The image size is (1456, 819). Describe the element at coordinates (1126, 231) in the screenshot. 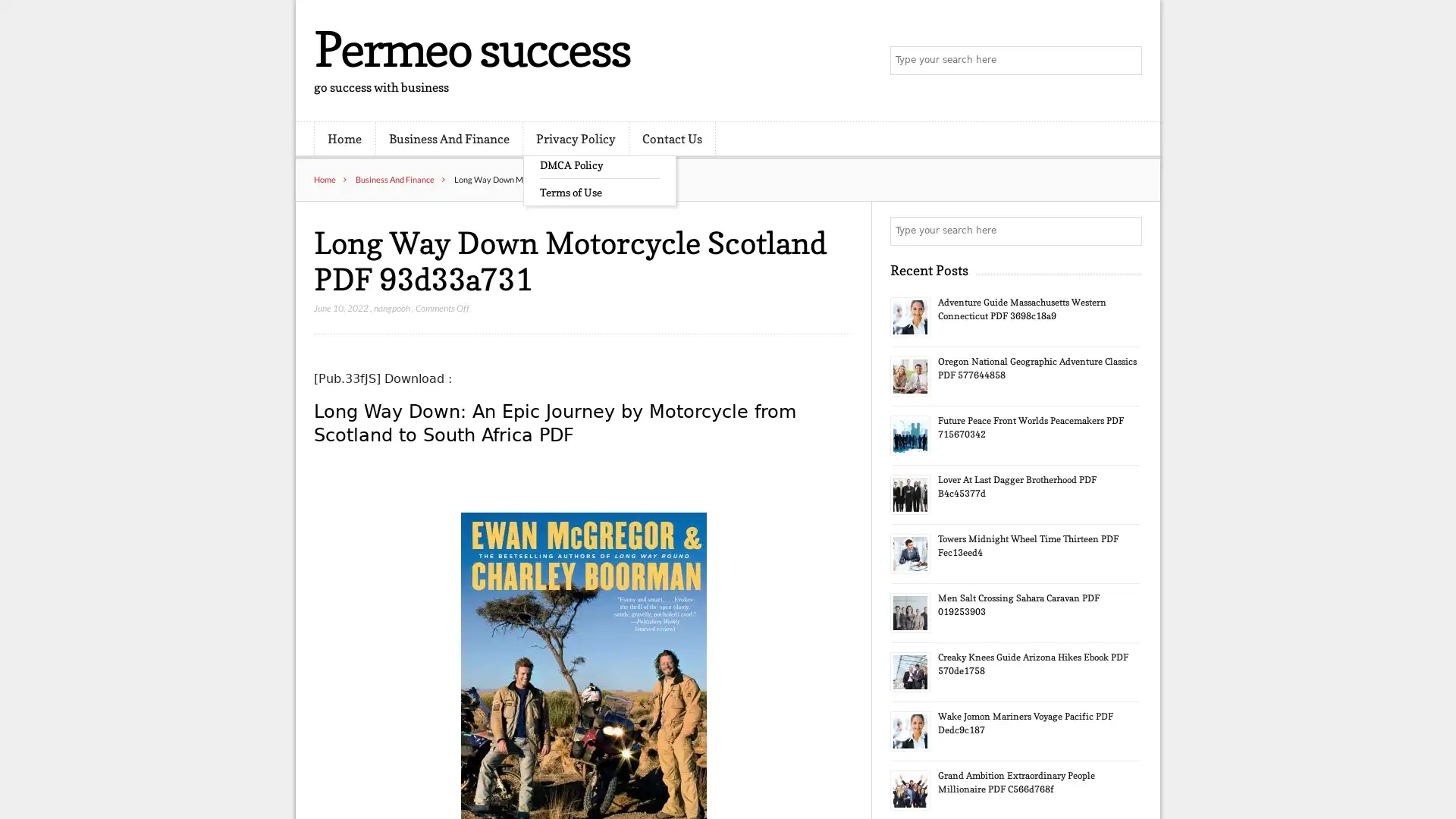

I see `Search` at that location.